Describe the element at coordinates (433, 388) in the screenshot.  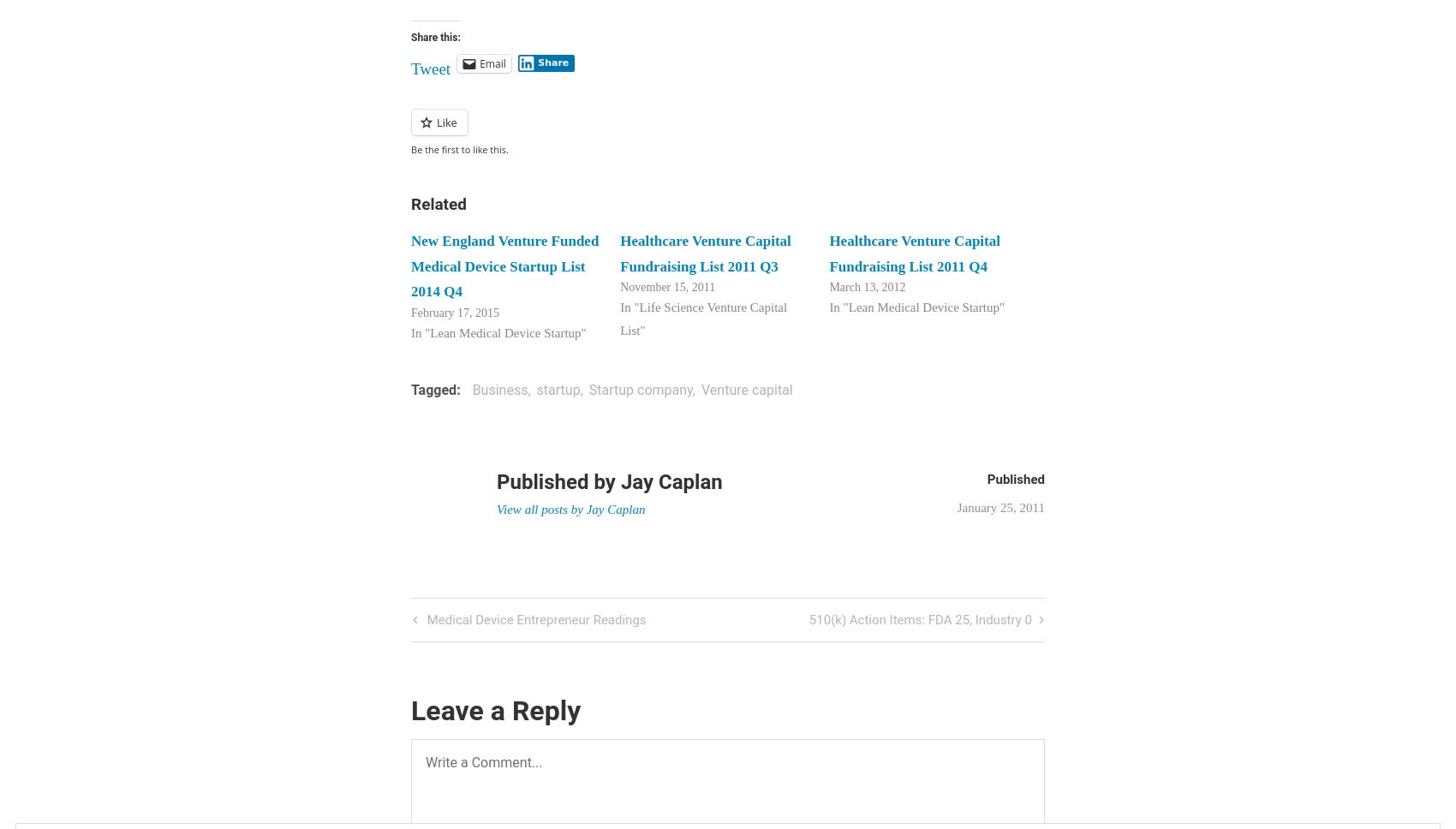
I see `'Tagged'` at that location.